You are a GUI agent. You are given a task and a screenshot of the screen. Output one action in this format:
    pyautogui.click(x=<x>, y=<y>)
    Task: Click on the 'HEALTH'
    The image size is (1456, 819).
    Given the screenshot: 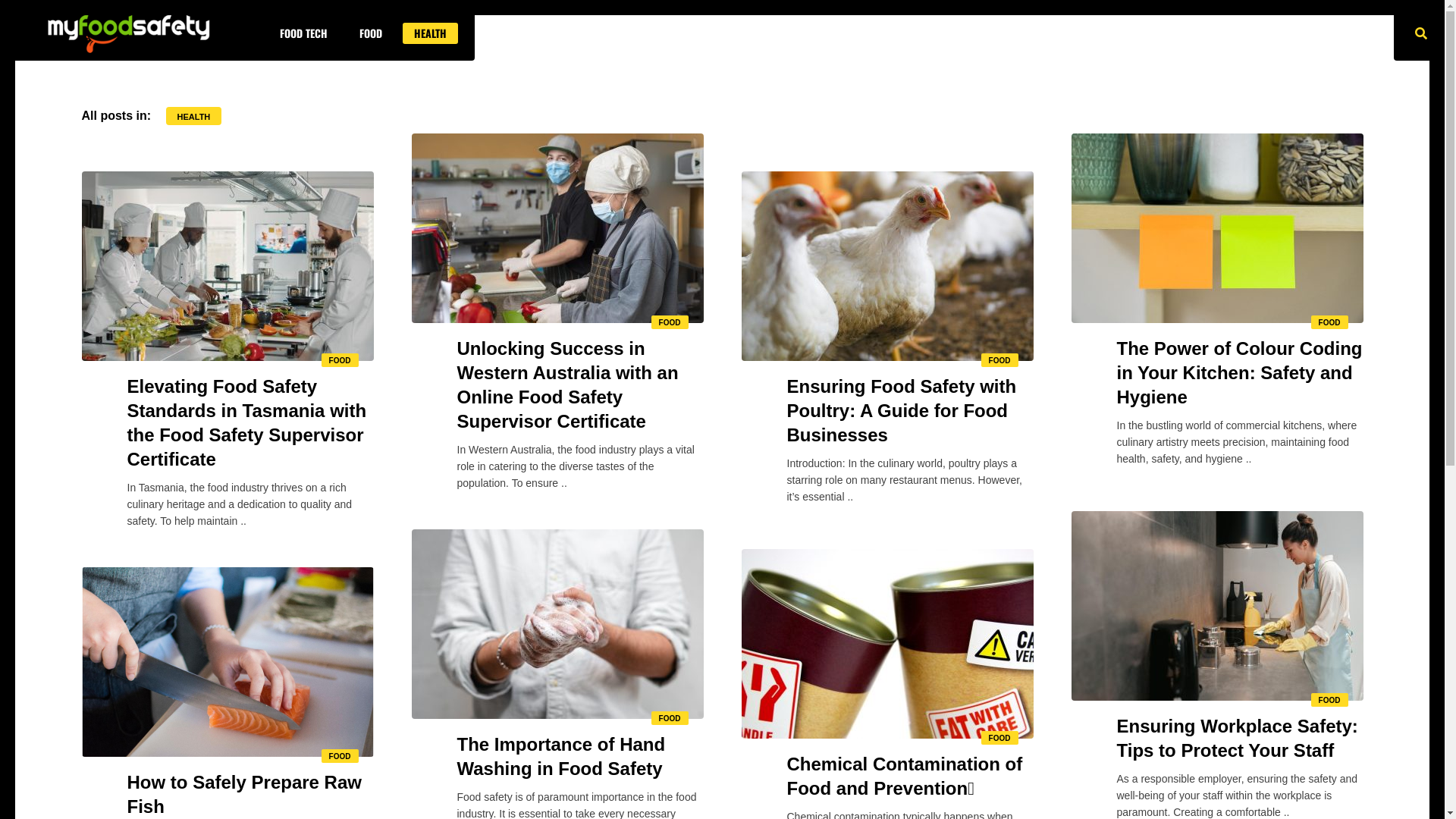 What is the action you would take?
    pyautogui.click(x=429, y=33)
    